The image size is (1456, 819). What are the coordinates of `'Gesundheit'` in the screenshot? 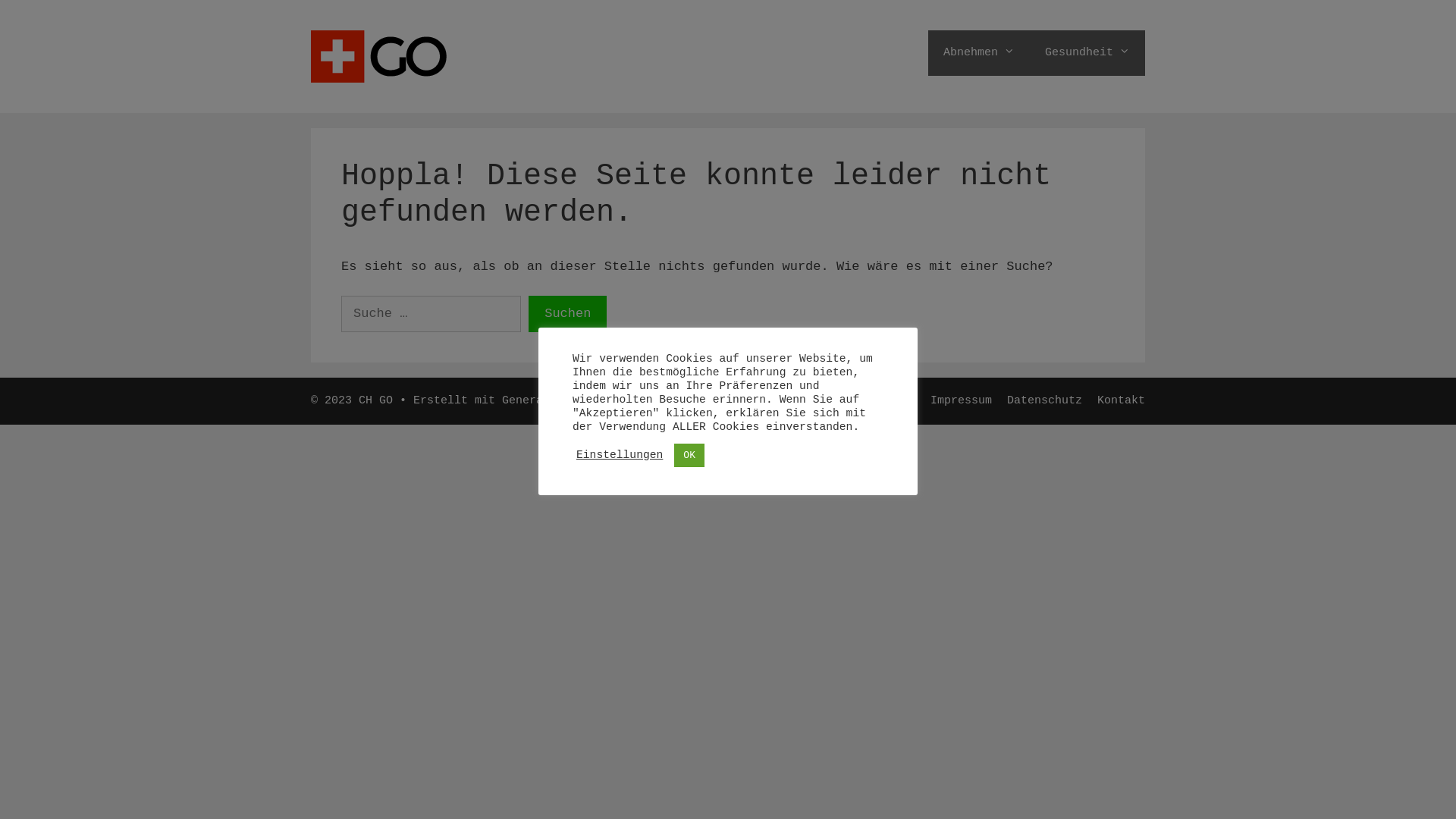 It's located at (1087, 52).